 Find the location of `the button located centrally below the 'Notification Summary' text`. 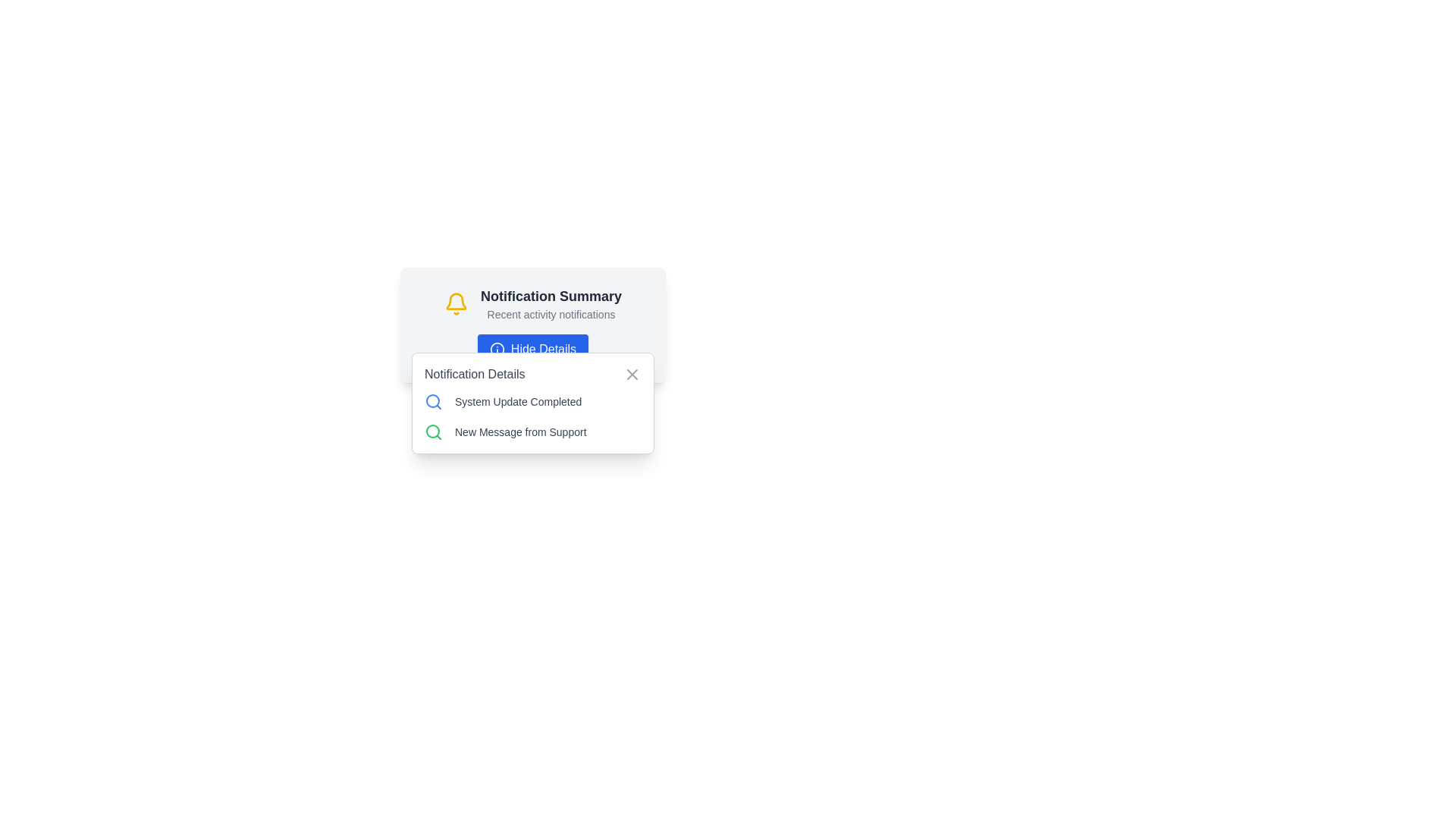

the button located centrally below the 'Notification Summary' text is located at coordinates (532, 350).